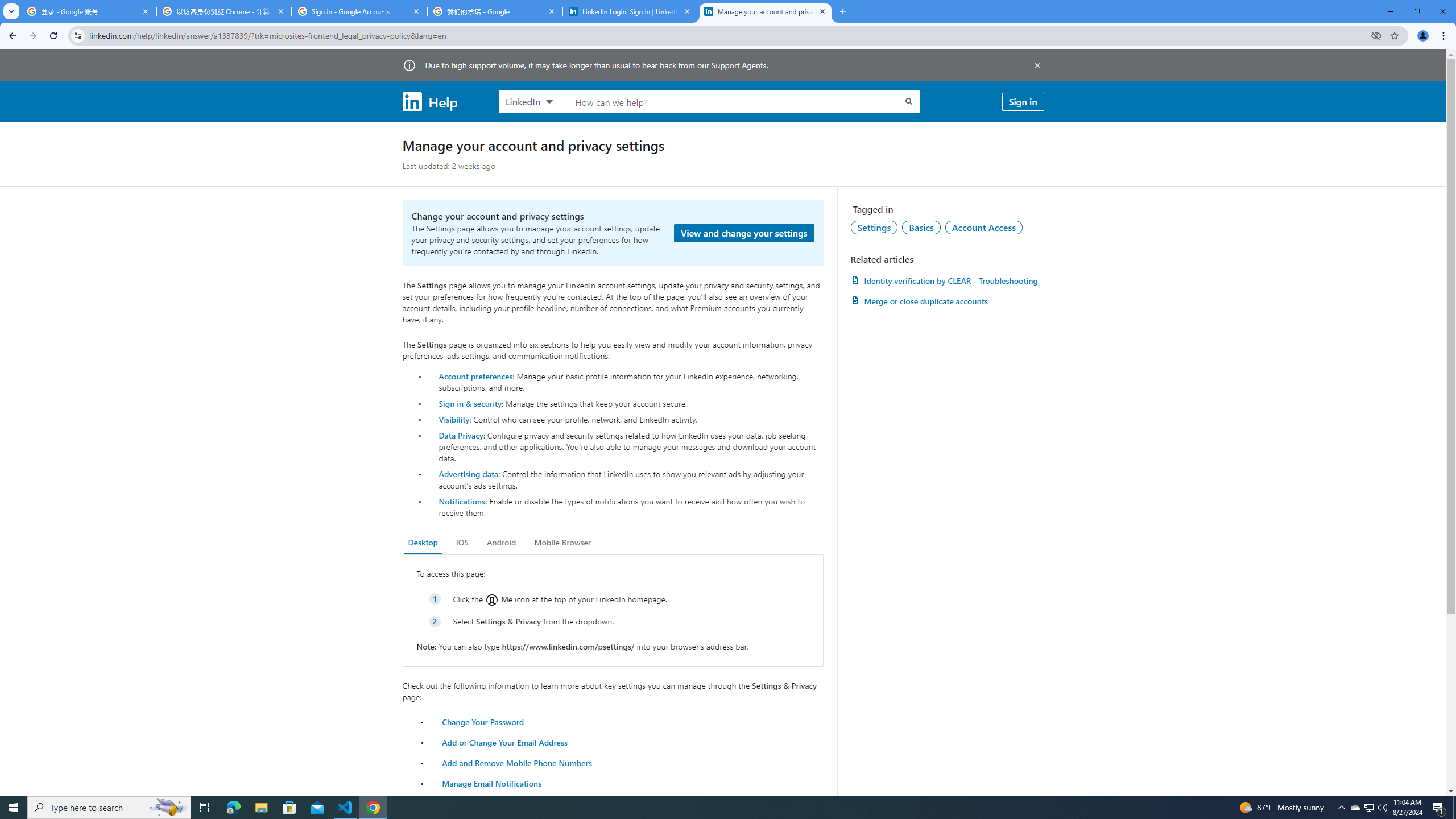 The height and width of the screenshot is (819, 1456). I want to click on 'AutomationID: topic-link-a51', so click(921, 226).